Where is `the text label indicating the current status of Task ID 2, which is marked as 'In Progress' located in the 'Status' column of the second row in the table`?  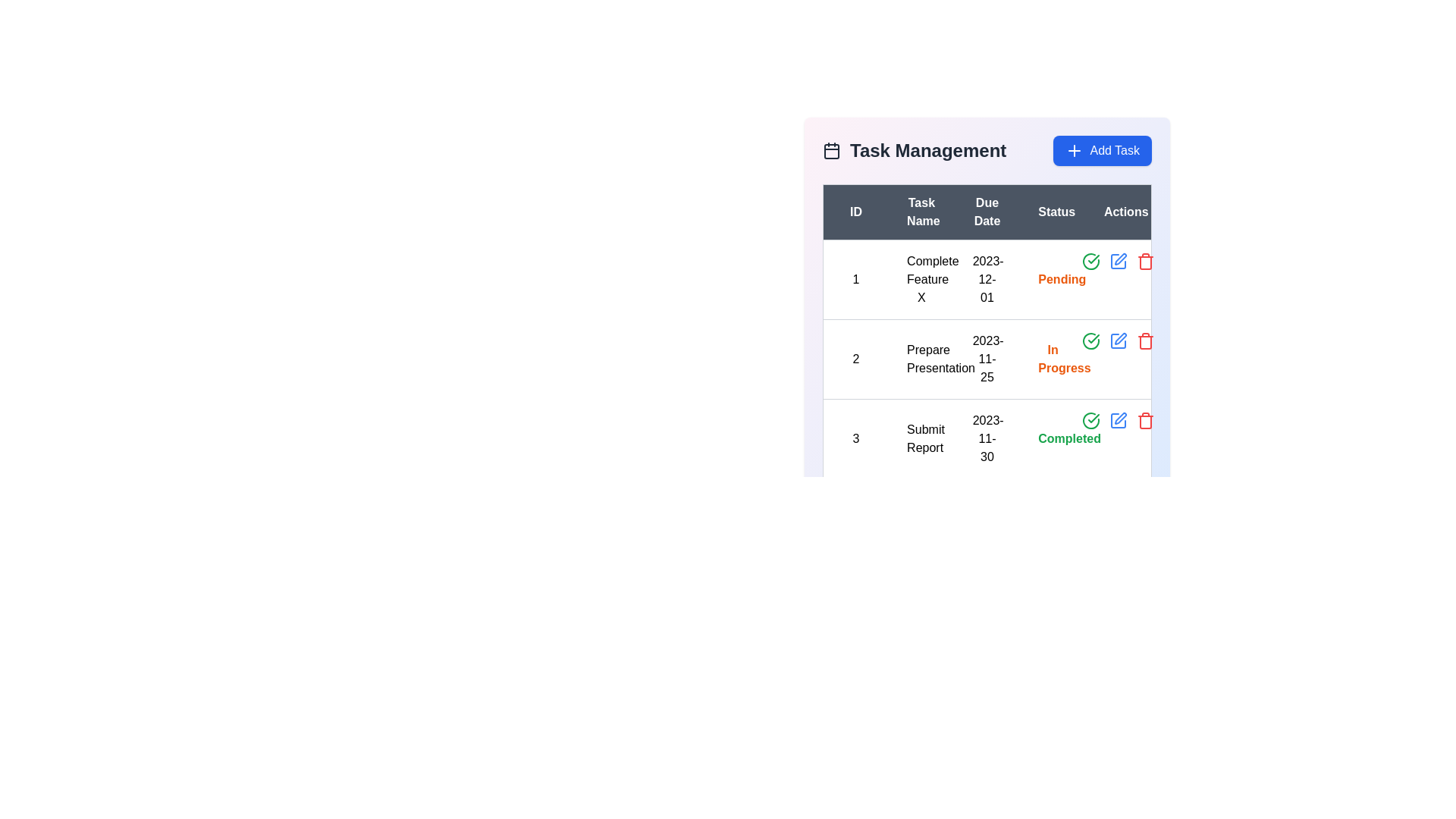 the text label indicating the current status of Task ID 2, which is marked as 'In Progress' located in the 'Status' column of the second row in the table is located at coordinates (1063, 359).